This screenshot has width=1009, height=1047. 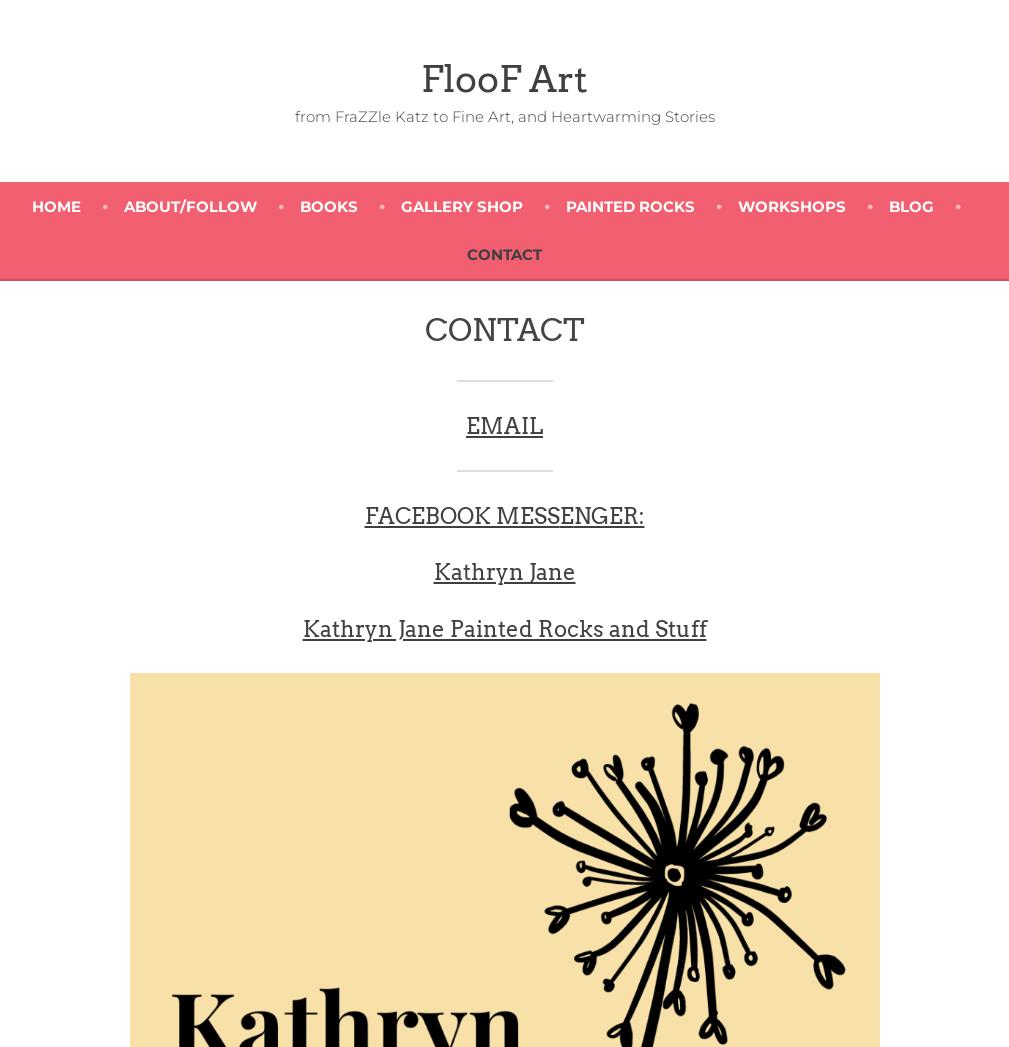 I want to click on 'from FraZZle Katz to Fine Art, and Heartwarming Stories', so click(x=502, y=114).